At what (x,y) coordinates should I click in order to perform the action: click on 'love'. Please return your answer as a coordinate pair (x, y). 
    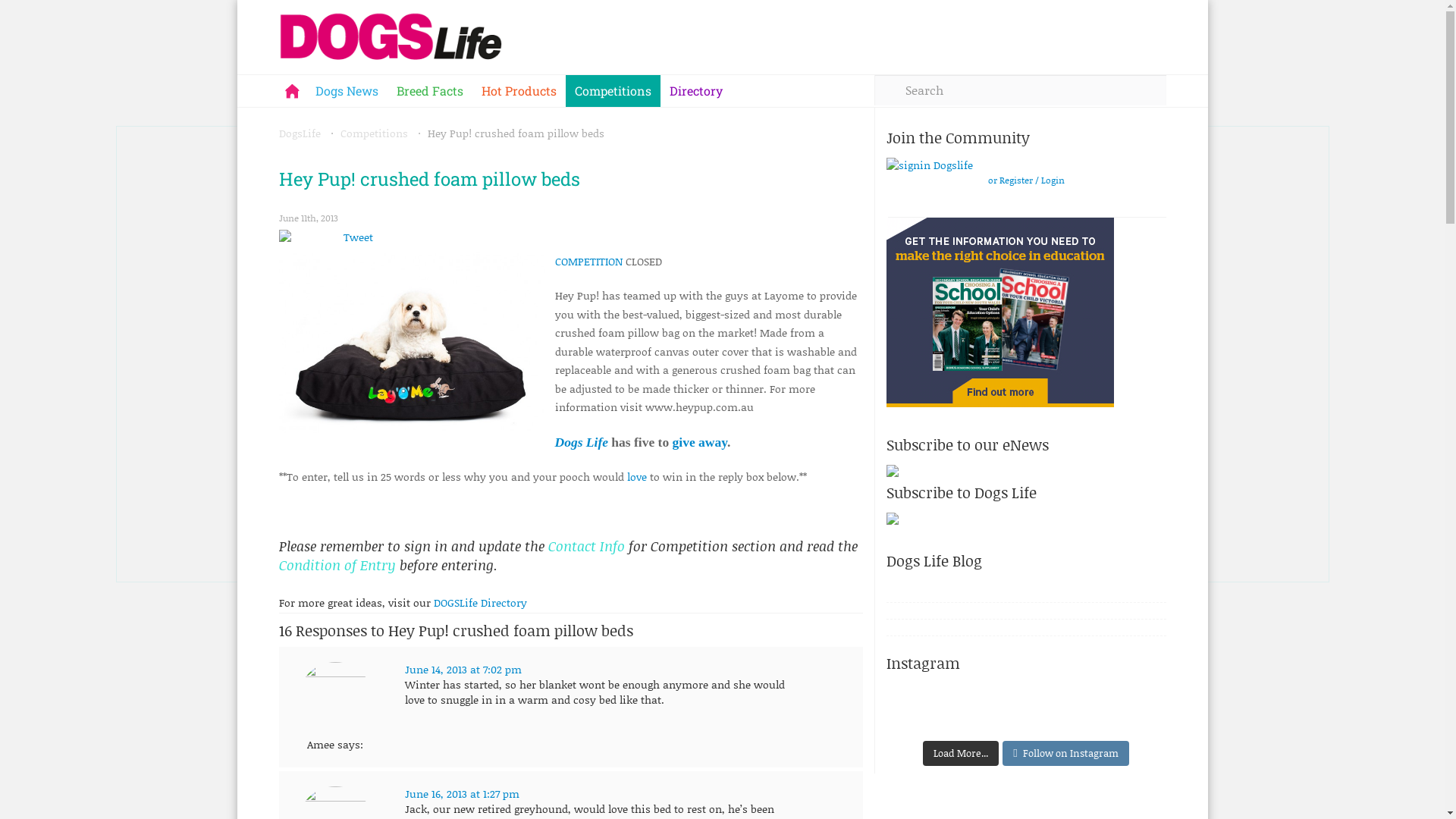
    Looking at the image, I should click on (636, 475).